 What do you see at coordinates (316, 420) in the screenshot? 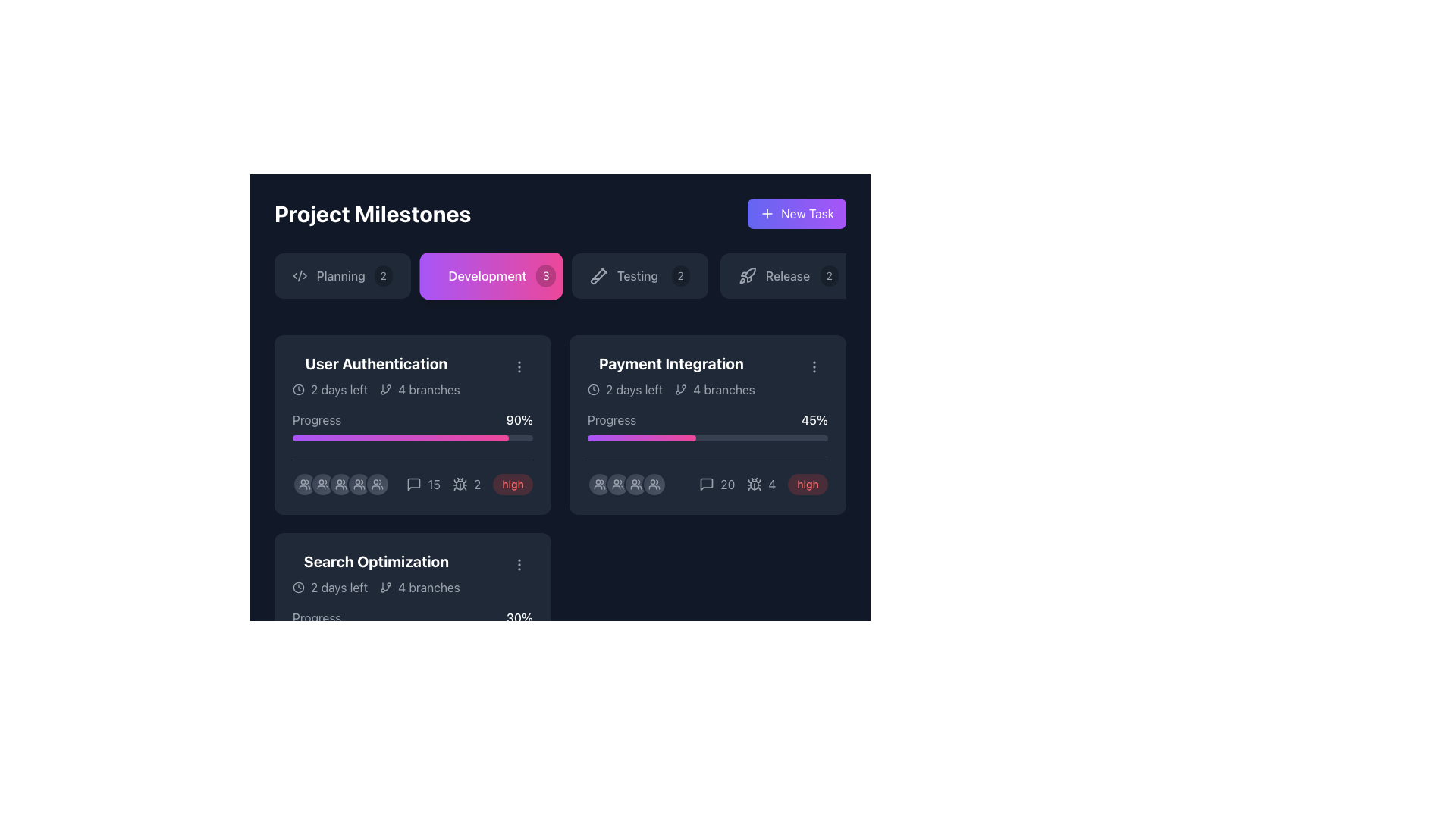
I see `the text label that describes the progress bar in the 'User Authentication' section card, located to the left of the '90%' text element` at bounding box center [316, 420].